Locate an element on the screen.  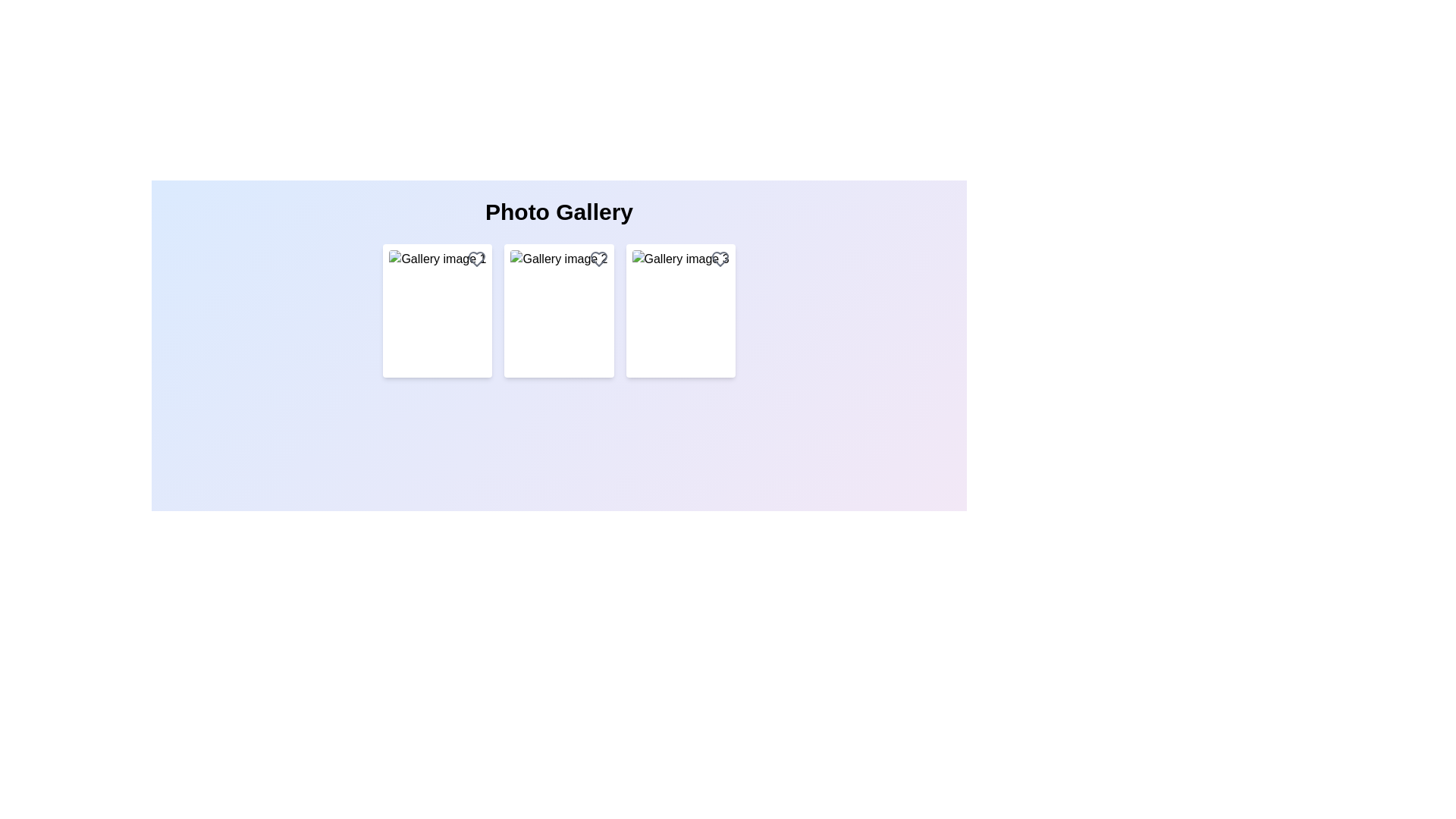
the heart-shaped icon located at the top-right corner of the card labeled 'Gallery image3' is located at coordinates (719, 259).